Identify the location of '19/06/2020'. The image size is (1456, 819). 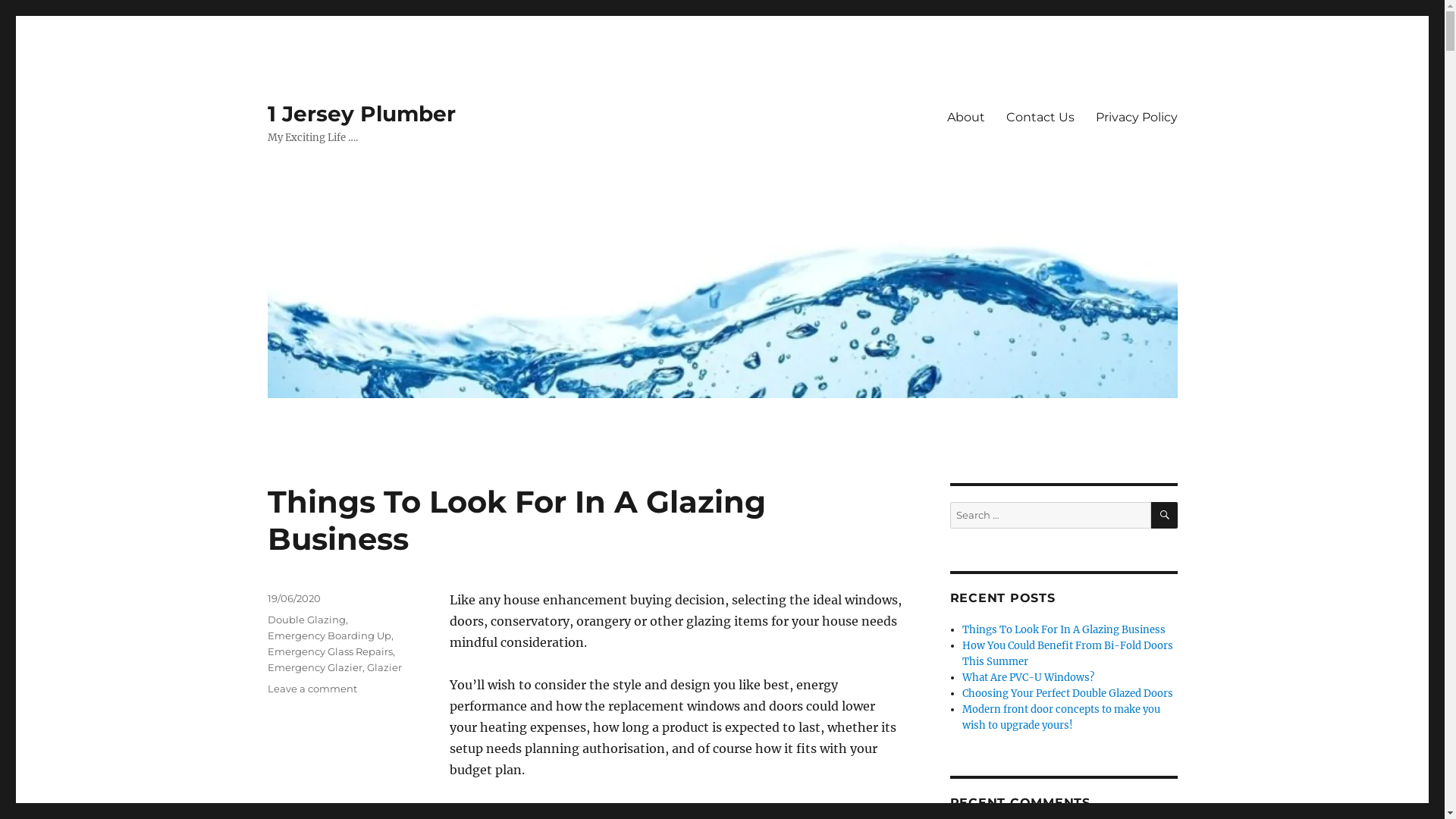
(266, 598).